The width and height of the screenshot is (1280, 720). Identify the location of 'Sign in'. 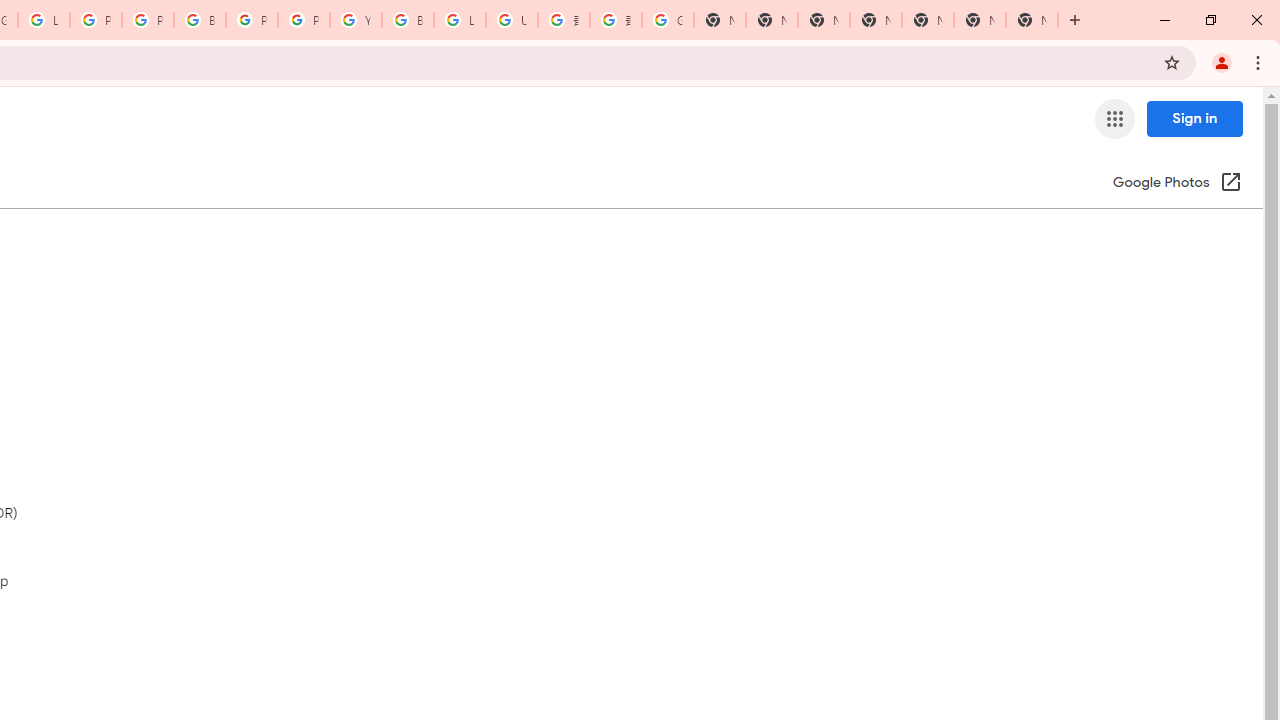
(1194, 118).